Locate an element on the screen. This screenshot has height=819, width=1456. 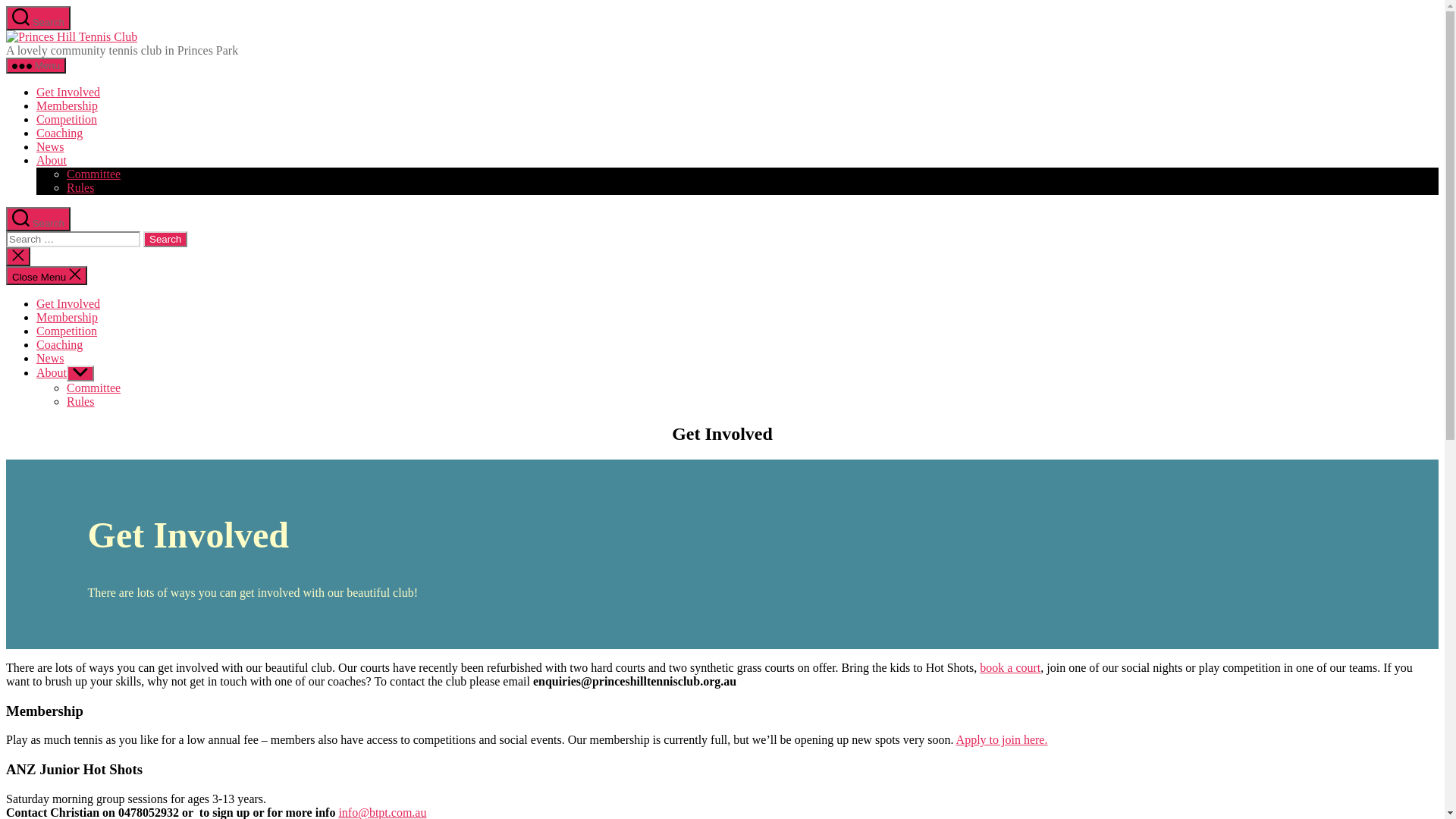
'Rules' is located at coordinates (79, 187).